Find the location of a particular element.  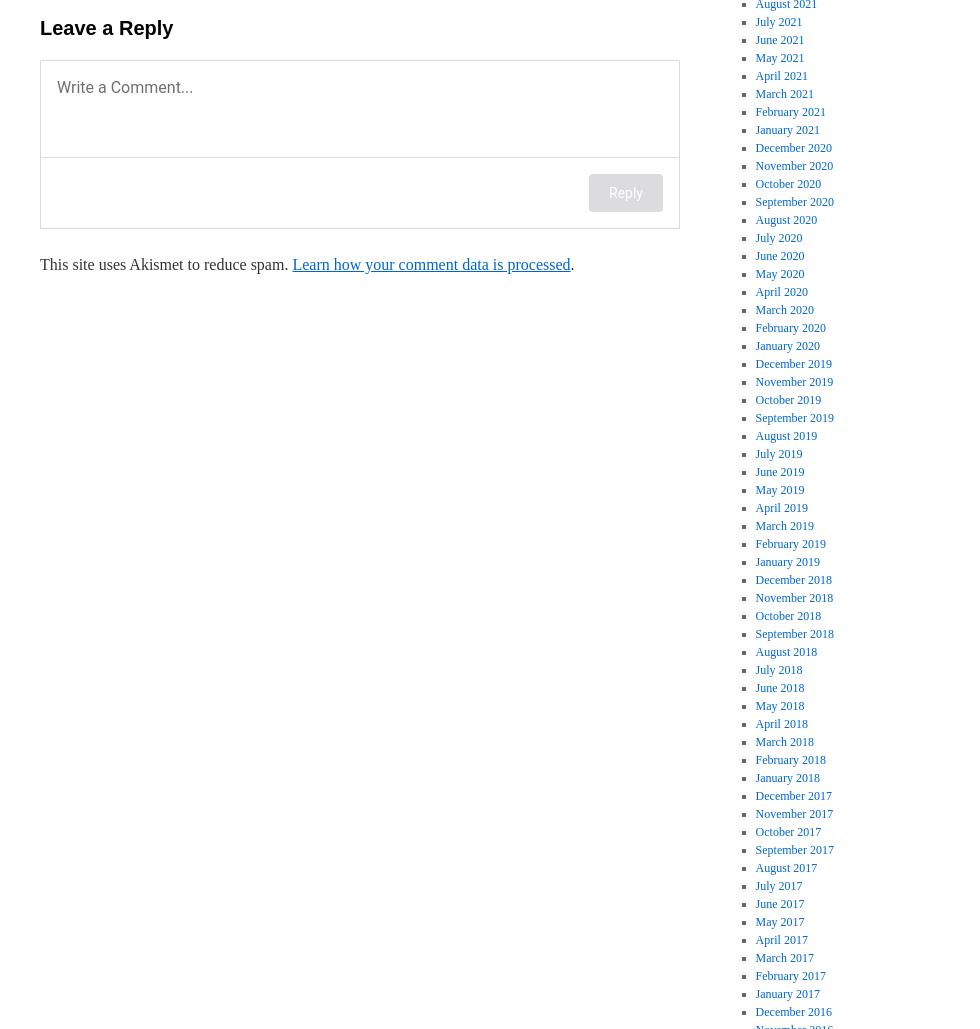

'October 2020' is located at coordinates (754, 183).